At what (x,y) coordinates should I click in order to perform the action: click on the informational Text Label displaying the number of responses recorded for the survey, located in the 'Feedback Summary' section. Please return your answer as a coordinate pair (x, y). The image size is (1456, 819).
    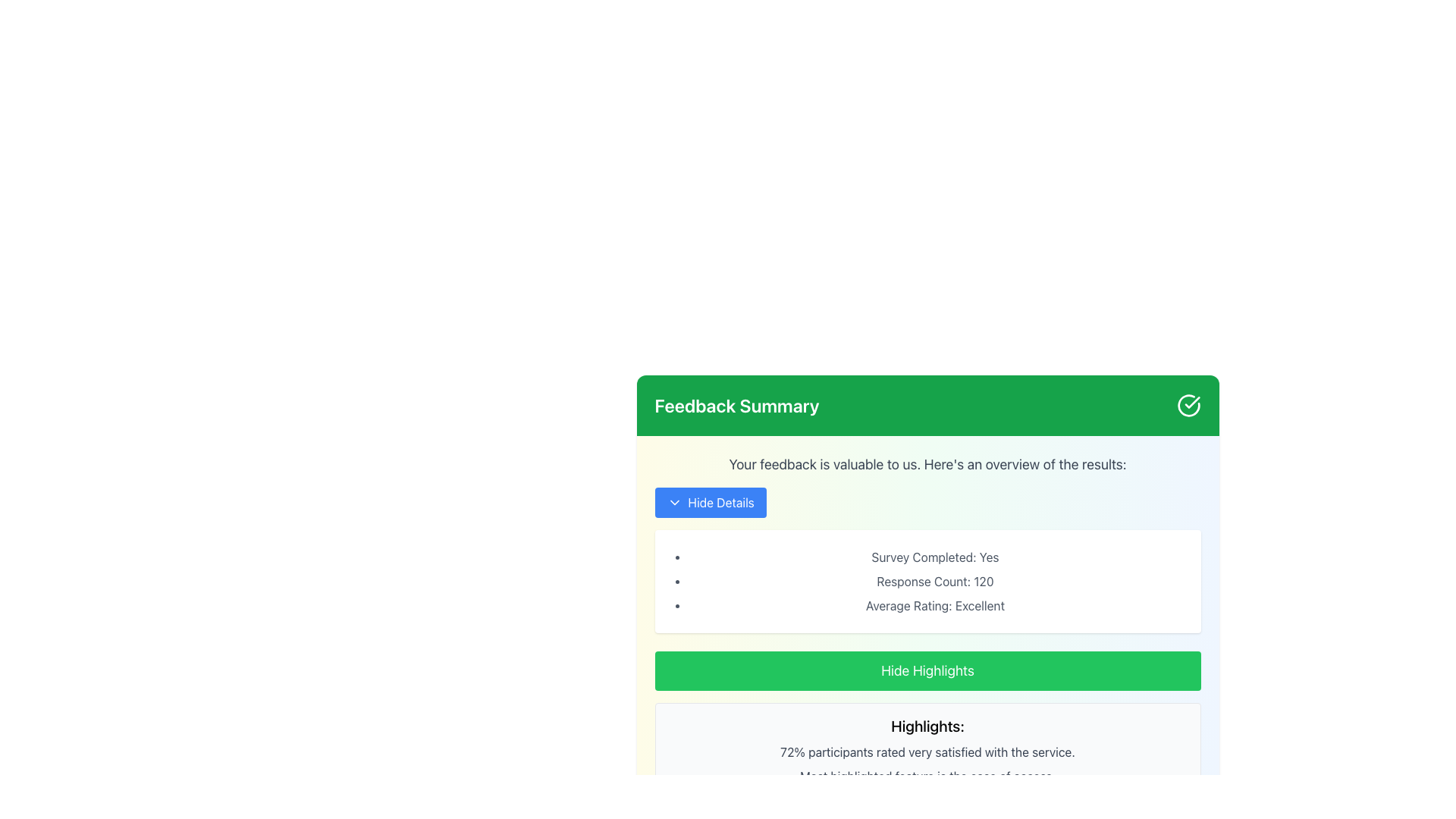
    Looking at the image, I should click on (934, 581).